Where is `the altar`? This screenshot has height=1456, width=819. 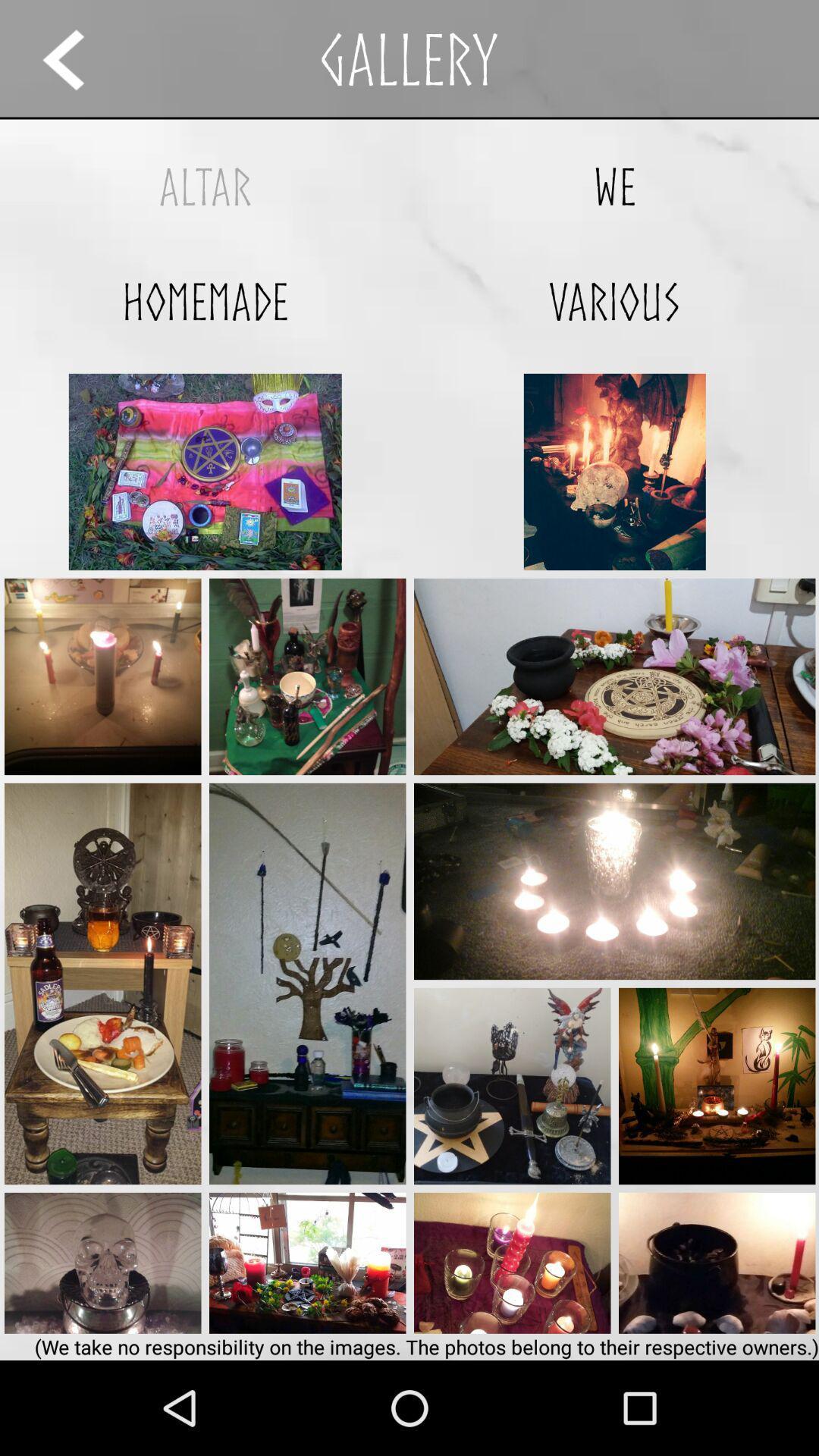
the altar is located at coordinates (205, 186).